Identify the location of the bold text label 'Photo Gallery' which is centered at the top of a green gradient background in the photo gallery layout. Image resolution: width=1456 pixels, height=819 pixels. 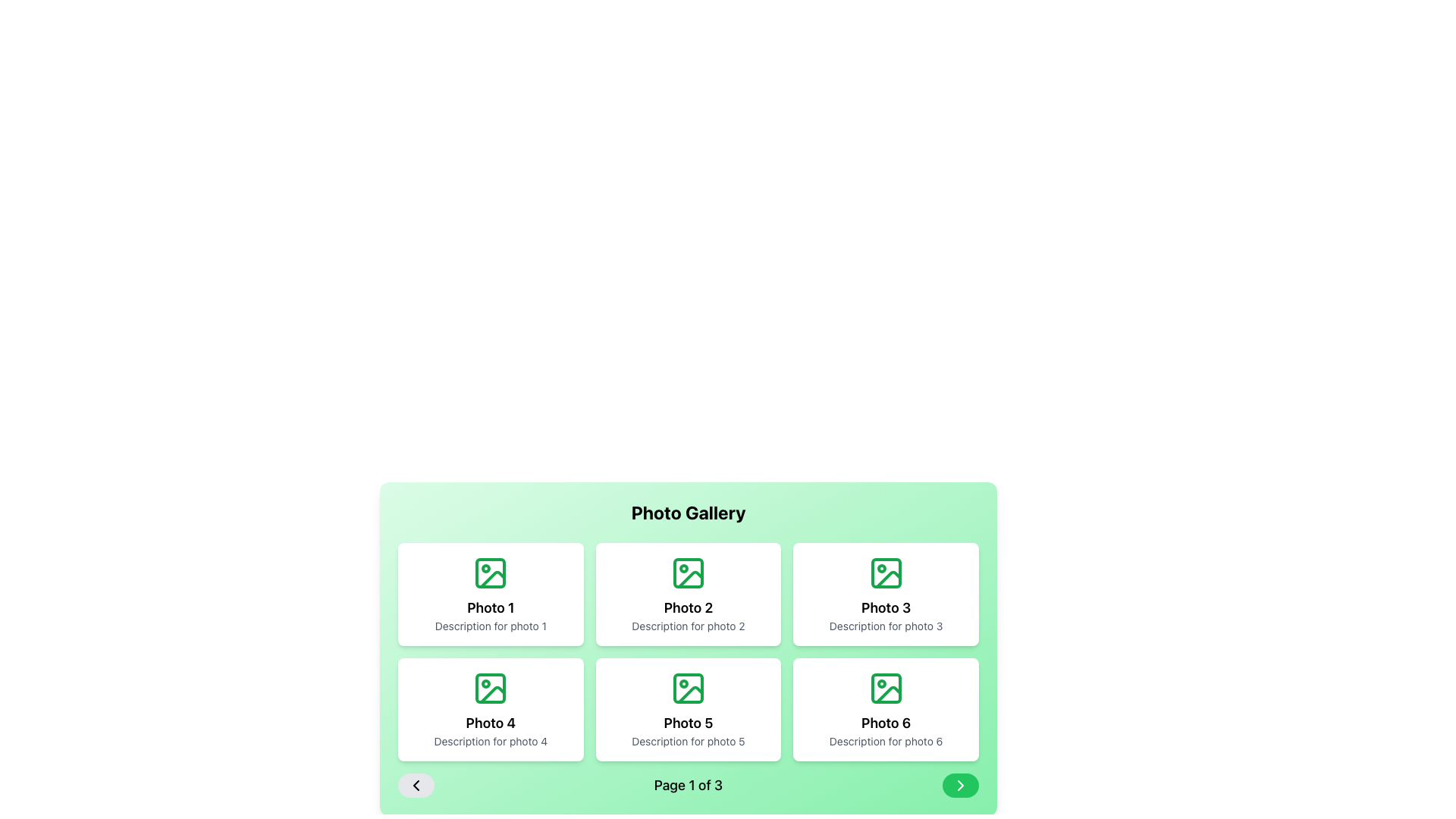
(687, 512).